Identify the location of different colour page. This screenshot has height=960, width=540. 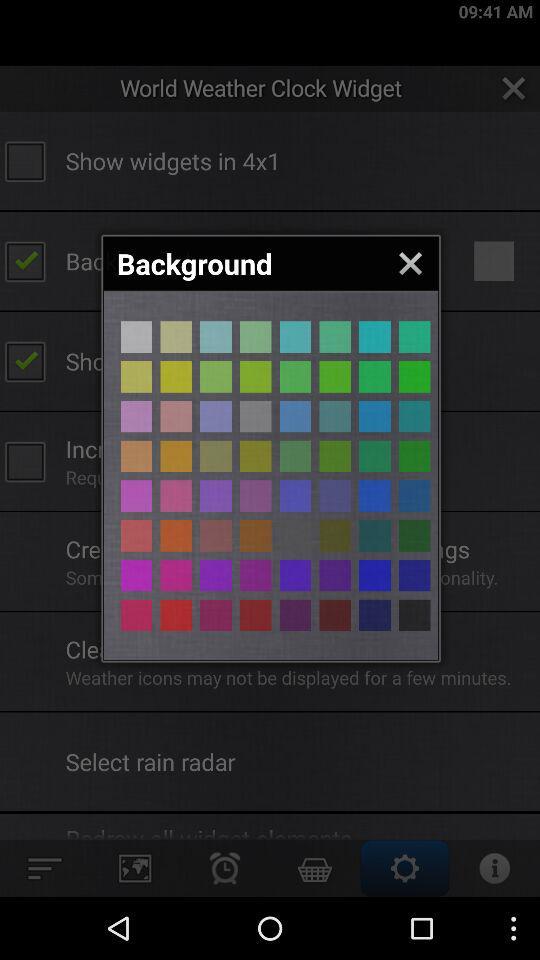
(215, 415).